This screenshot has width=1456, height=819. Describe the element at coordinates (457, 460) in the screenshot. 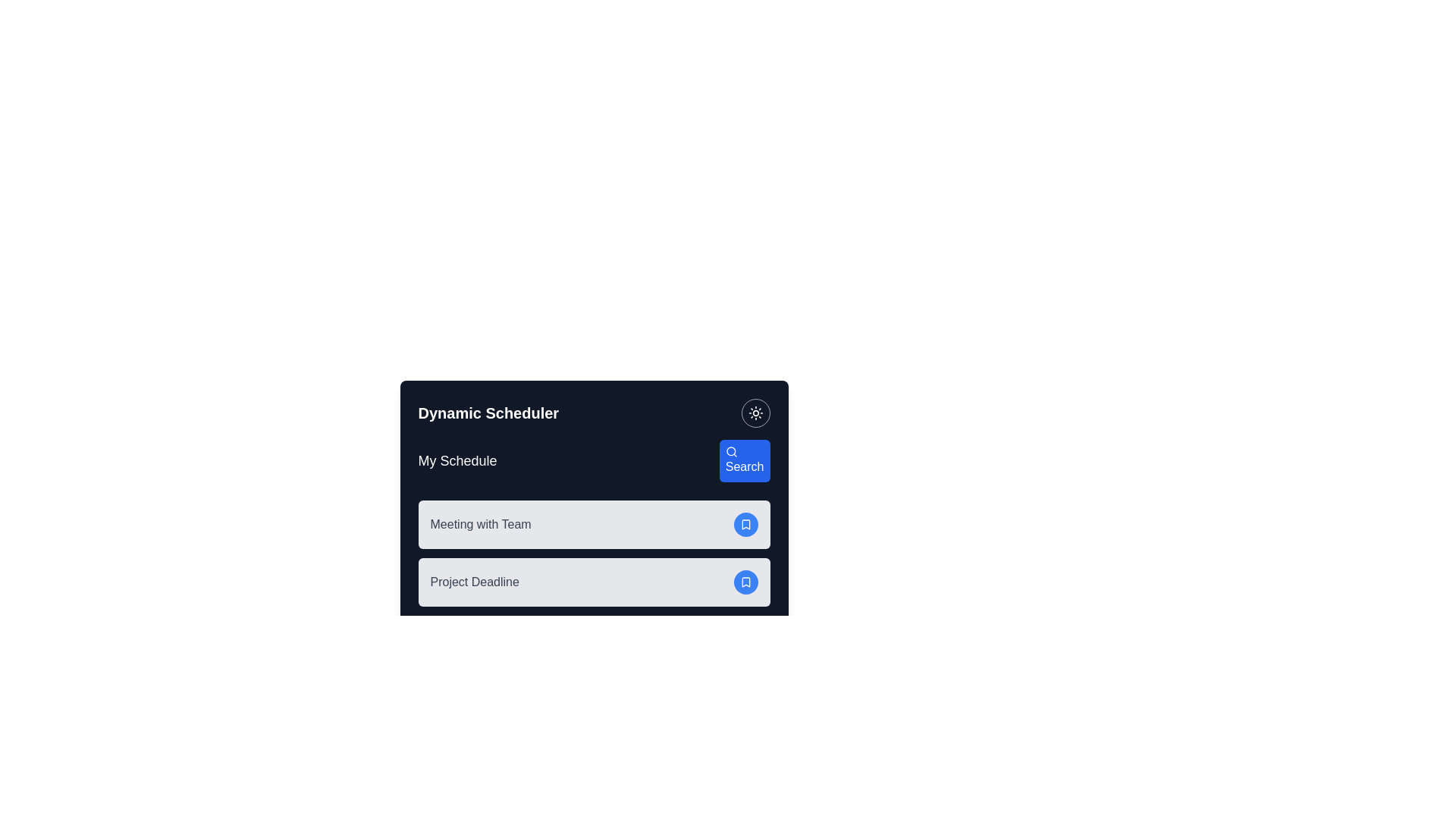

I see `the Text Label that identifies the user's schedule section in the top-left area of the interface, located to the left of the search button` at that location.